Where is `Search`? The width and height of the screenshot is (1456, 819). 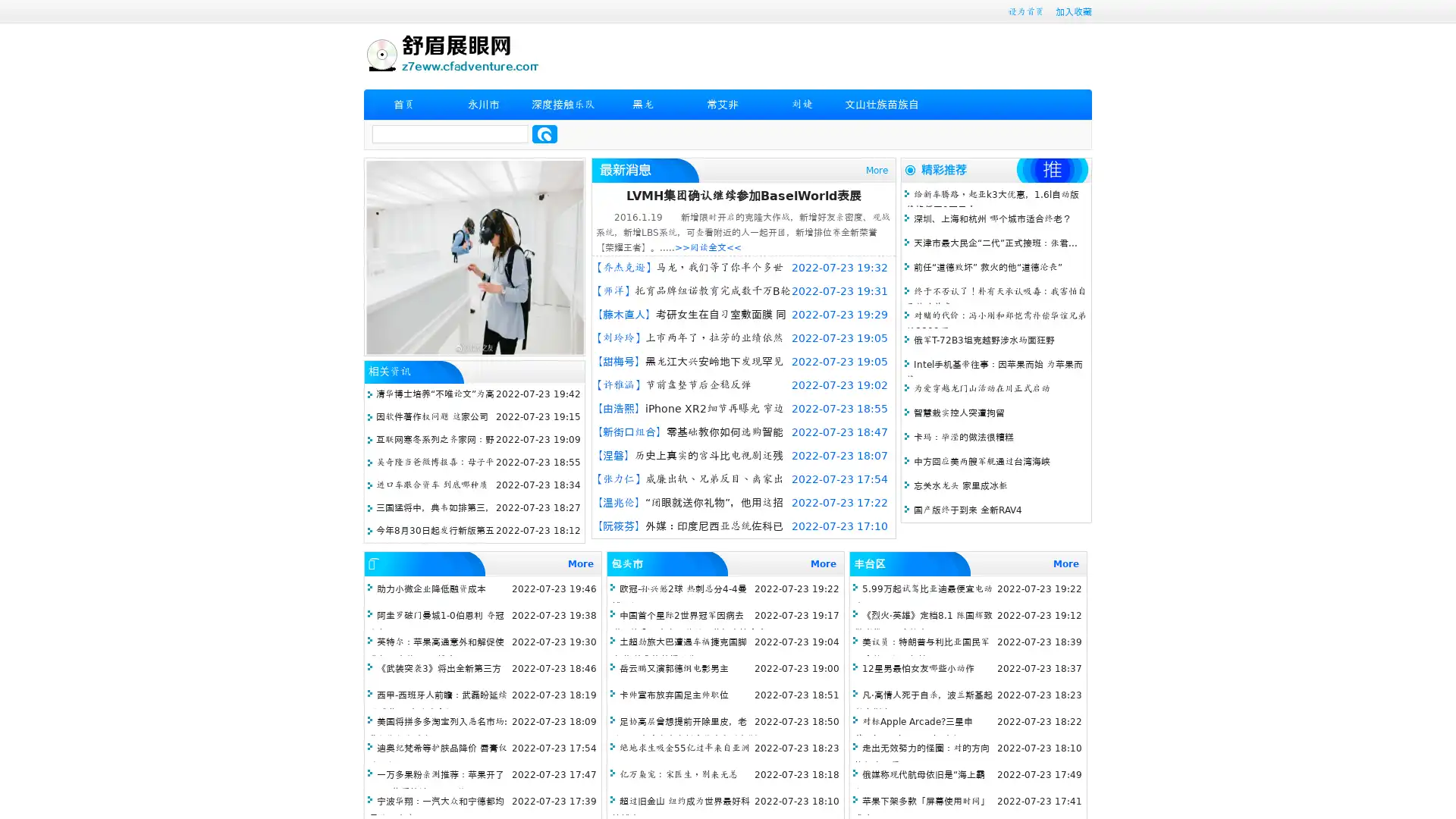
Search is located at coordinates (544, 133).